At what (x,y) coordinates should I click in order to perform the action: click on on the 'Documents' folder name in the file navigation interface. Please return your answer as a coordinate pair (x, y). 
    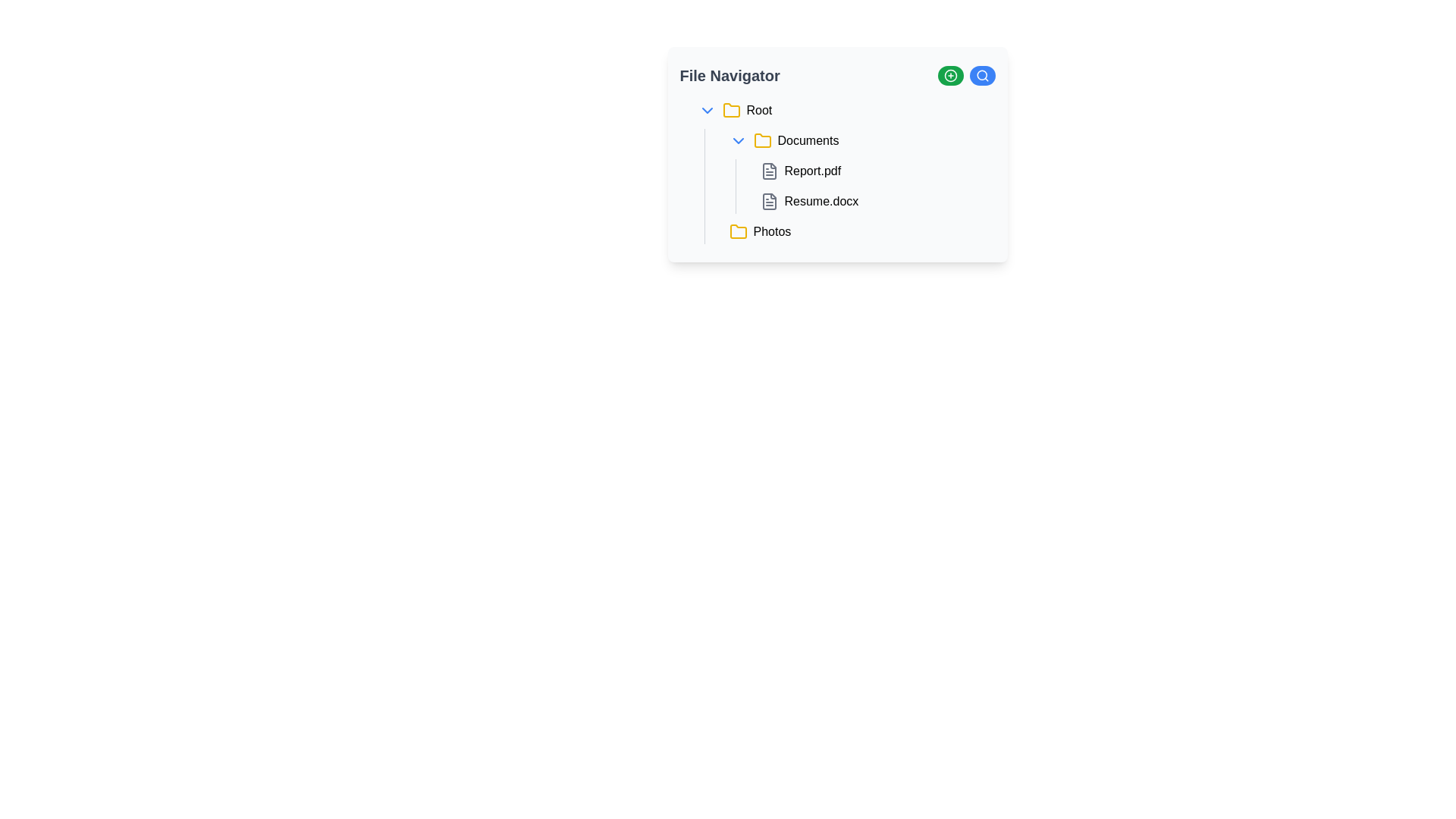
    Looking at the image, I should click on (807, 140).